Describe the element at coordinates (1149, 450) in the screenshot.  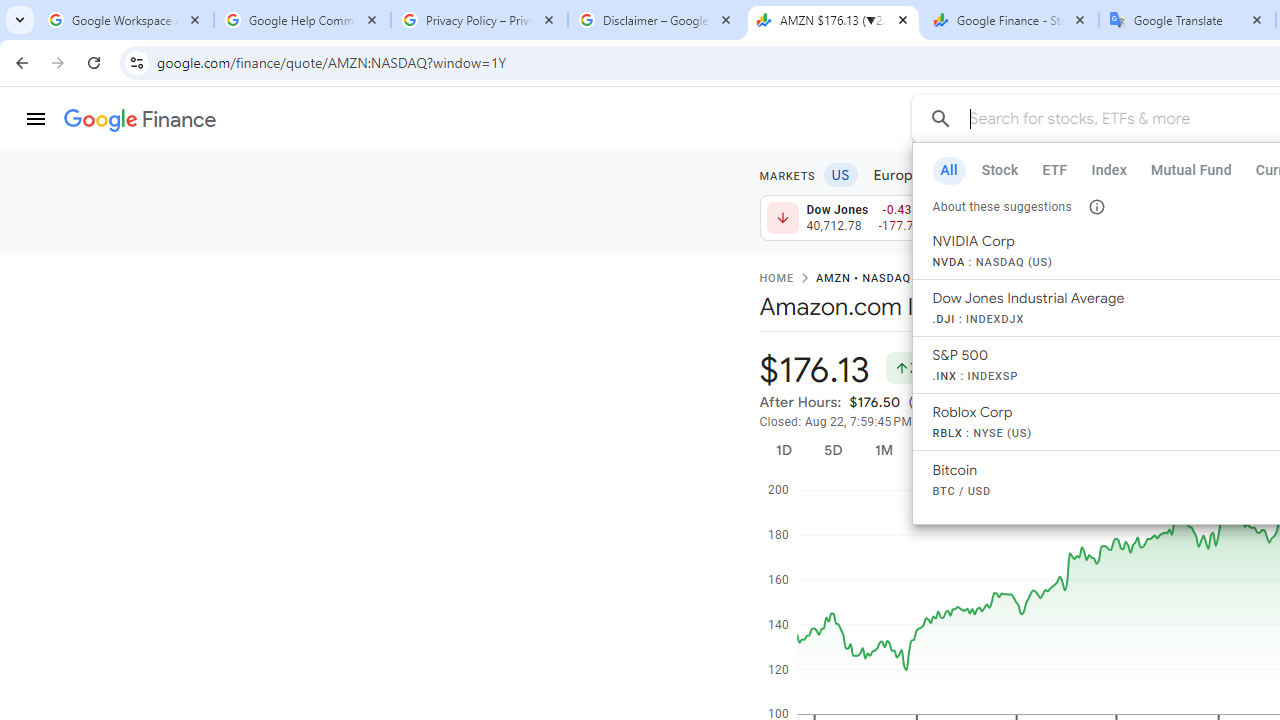
I see `'MAX'` at that location.